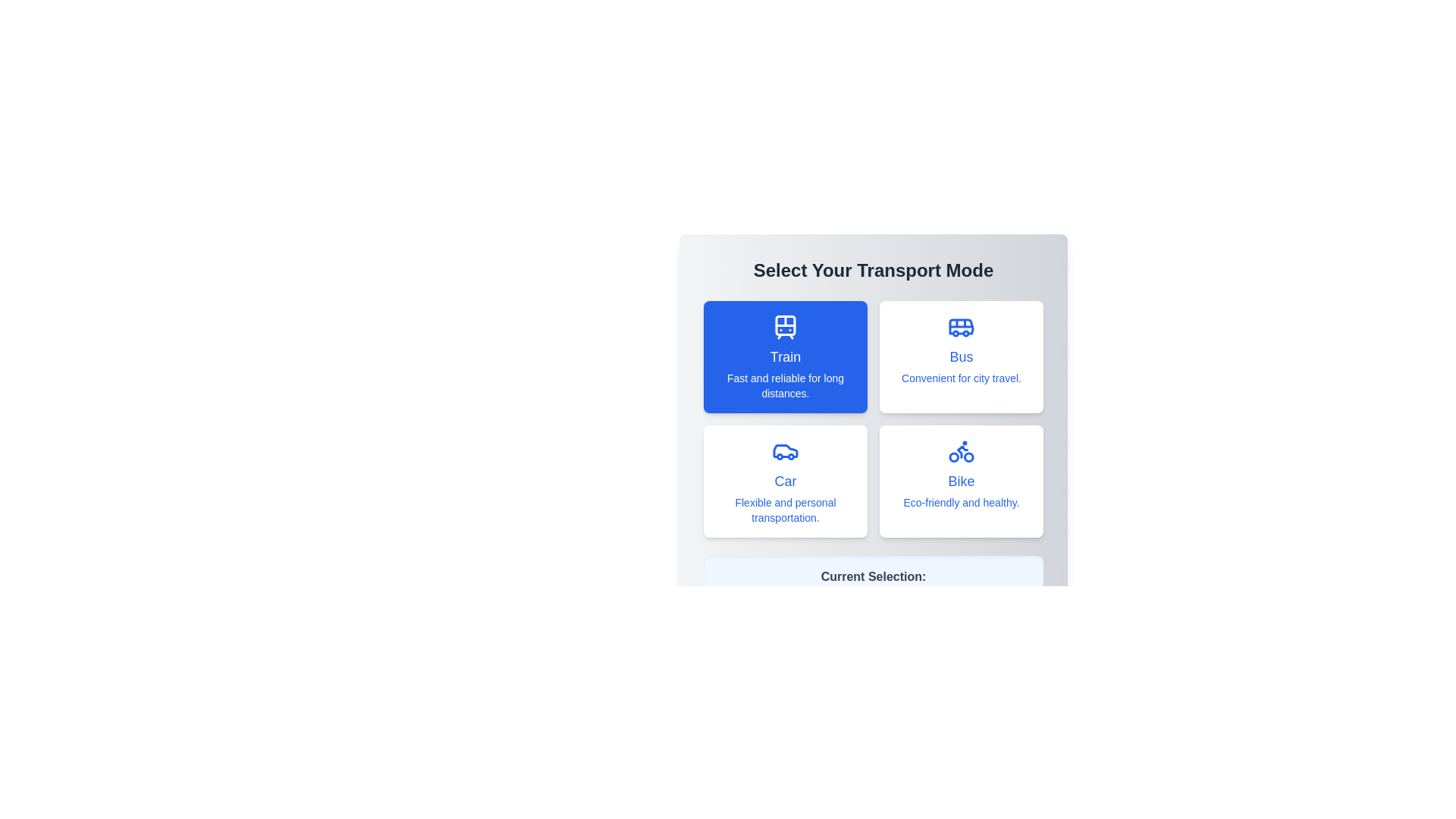 This screenshot has height=819, width=1456. Describe the element at coordinates (786, 482) in the screenshot. I see `the transport mode Car by clicking on its button` at that location.